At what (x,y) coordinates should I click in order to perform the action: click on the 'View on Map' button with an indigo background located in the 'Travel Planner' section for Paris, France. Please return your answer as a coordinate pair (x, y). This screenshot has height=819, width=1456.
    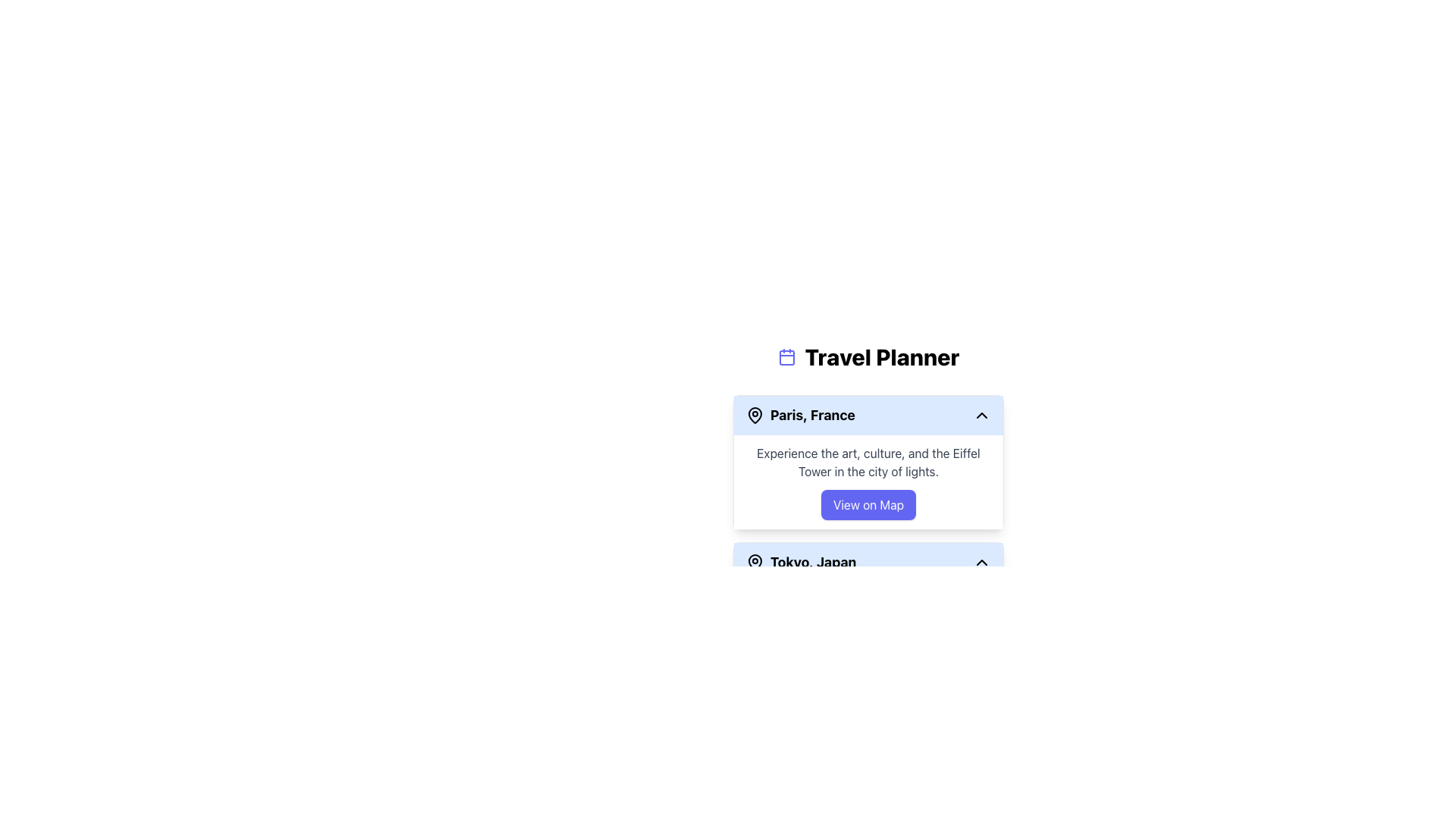
    Looking at the image, I should click on (868, 505).